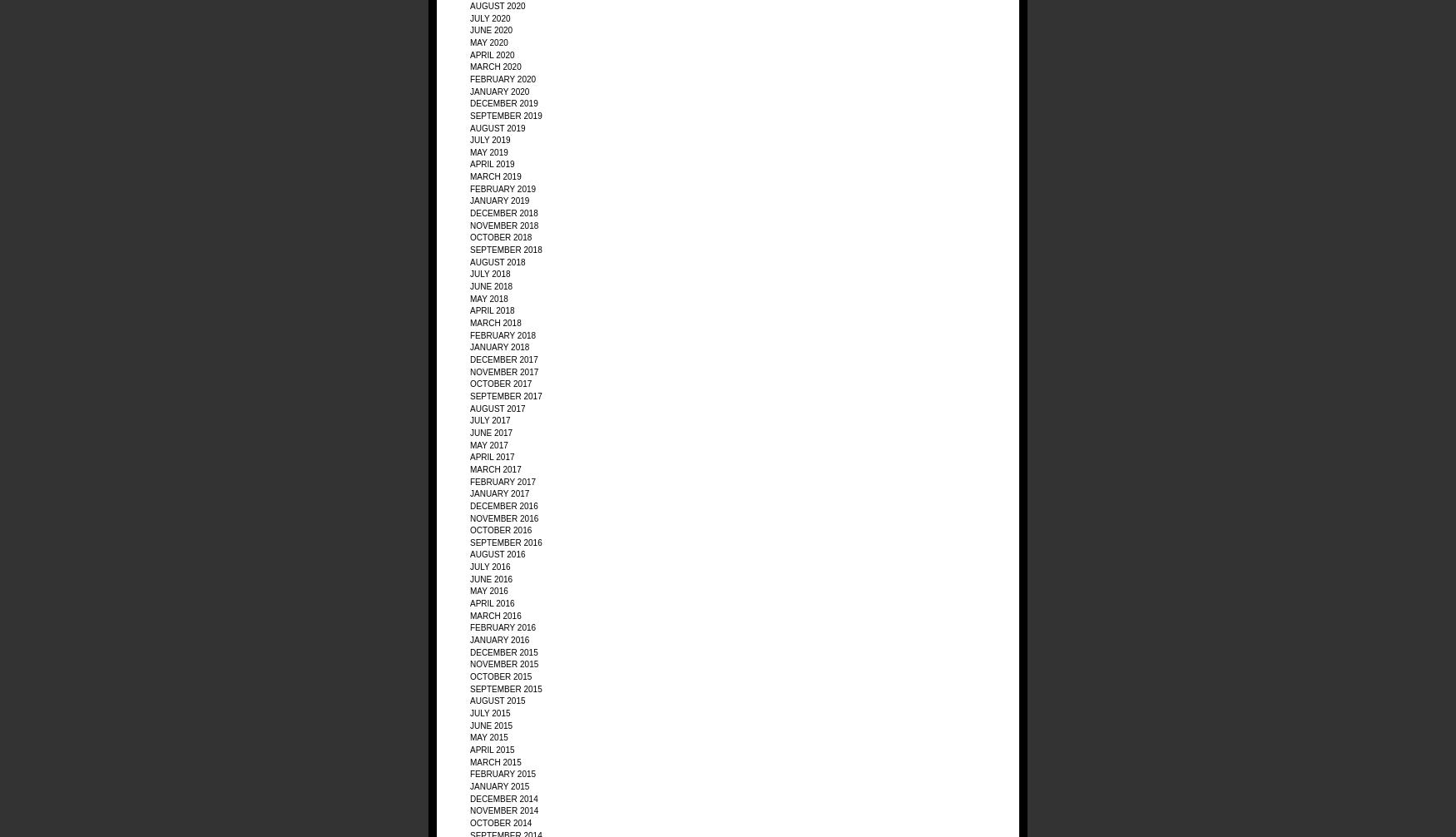 This screenshot has width=1456, height=837. What do you see at coordinates (491, 432) in the screenshot?
I see `'June 2017'` at bounding box center [491, 432].